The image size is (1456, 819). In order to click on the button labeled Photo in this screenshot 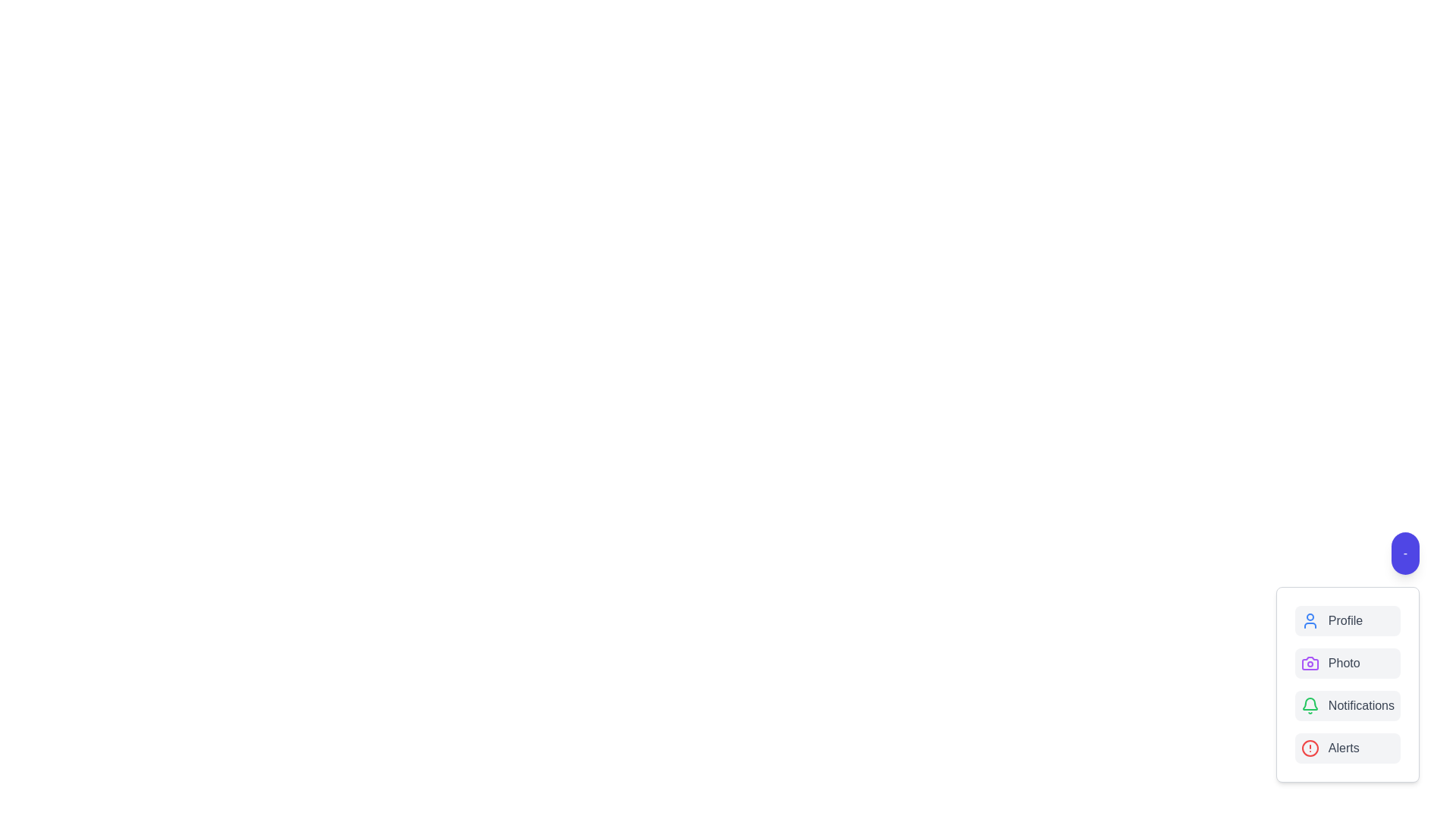, I will do `click(1347, 663)`.